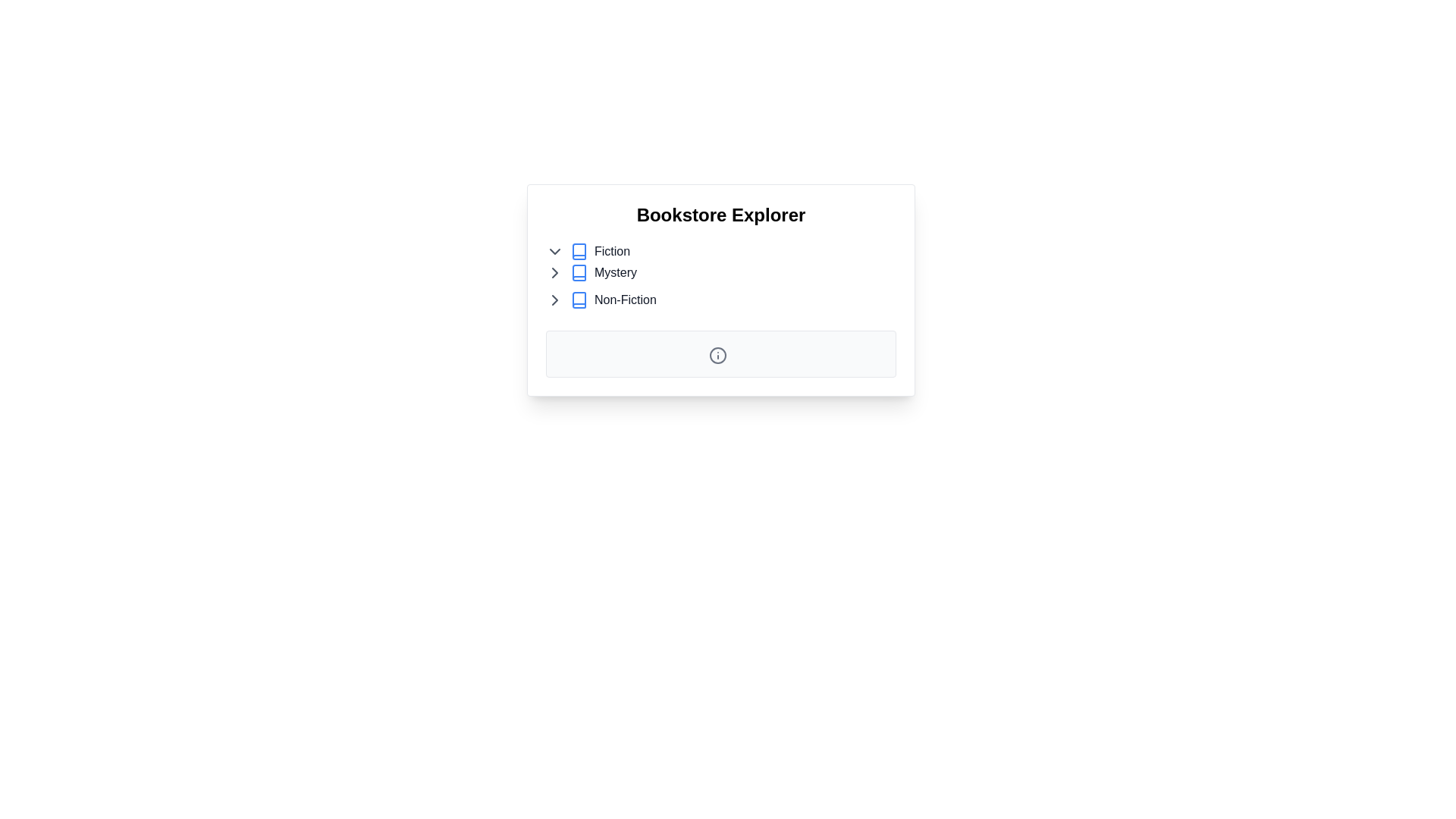 Image resolution: width=1456 pixels, height=819 pixels. What do you see at coordinates (615, 271) in the screenshot?
I see `the 'Mystery' text label, which represents a subcategory under 'Fiction'` at bounding box center [615, 271].